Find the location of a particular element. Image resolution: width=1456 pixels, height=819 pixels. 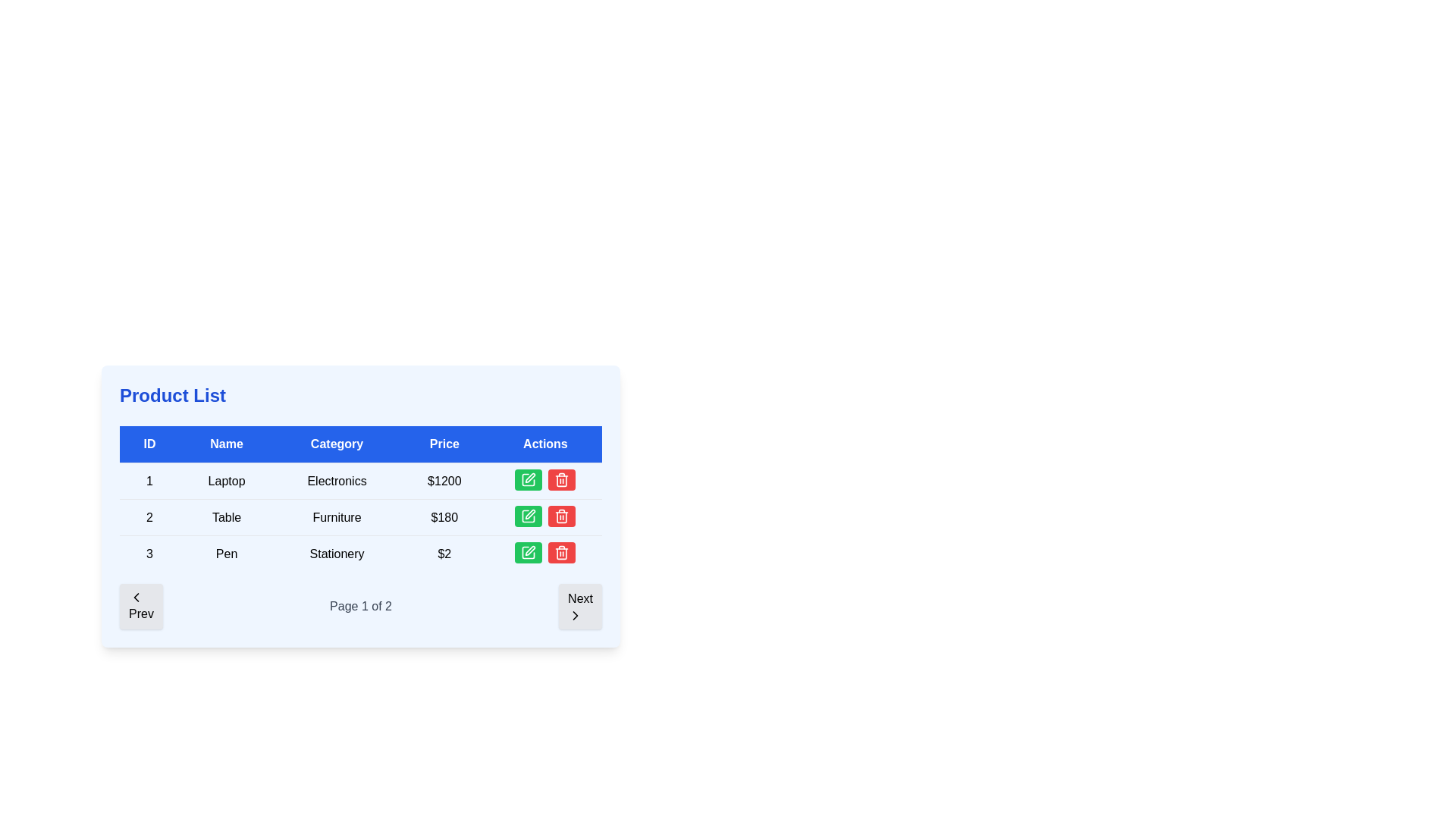

the Text label in the second row of the table under the 'Category' column, which describes the product category is located at coordinates (336, 516).